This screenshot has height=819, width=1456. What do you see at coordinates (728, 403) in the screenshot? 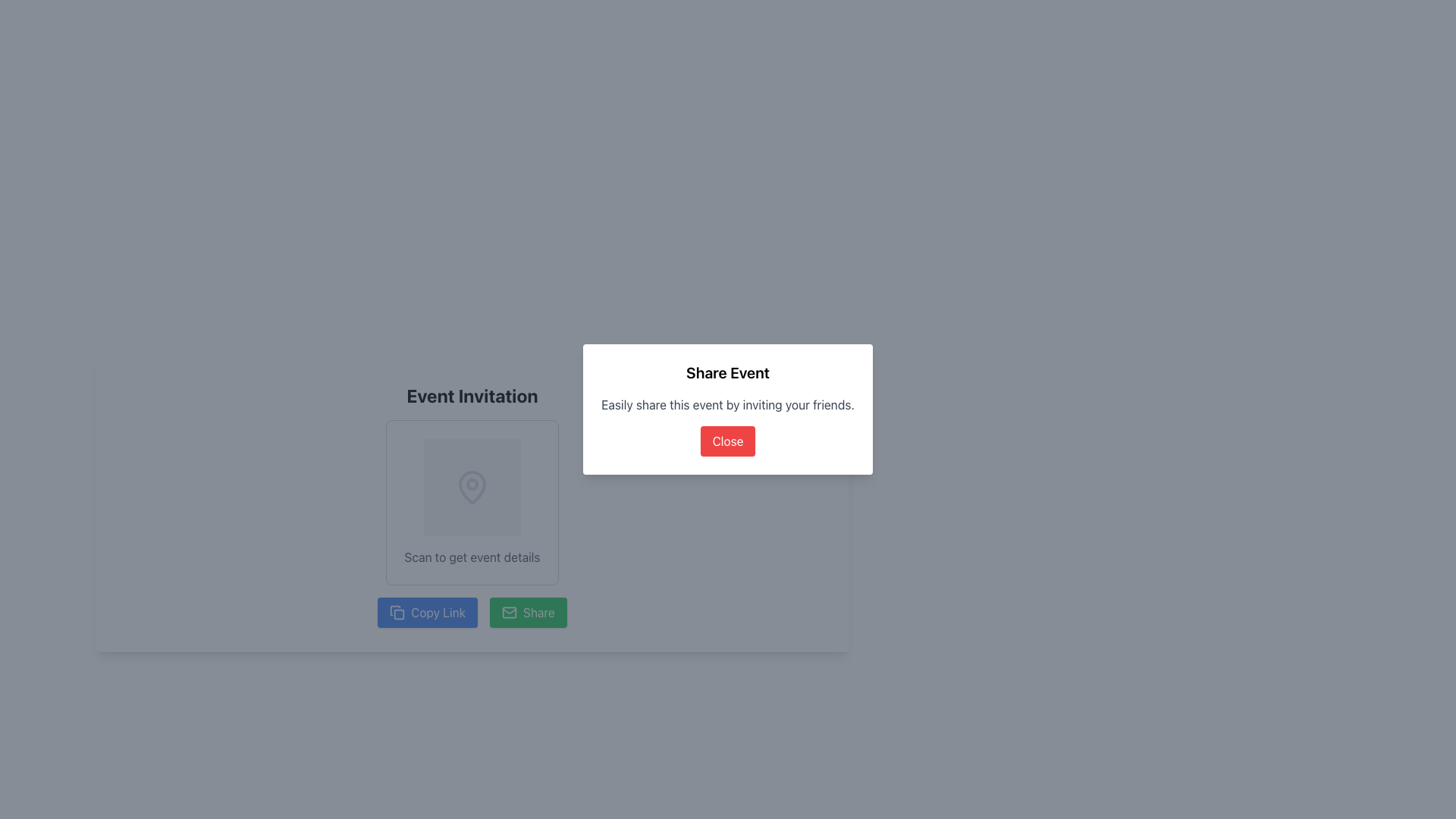
I see `the text element that provides instructions for sharing the event, located below the 'Share Event' title and above the 'Close' button` at bounding box center [728, 403].